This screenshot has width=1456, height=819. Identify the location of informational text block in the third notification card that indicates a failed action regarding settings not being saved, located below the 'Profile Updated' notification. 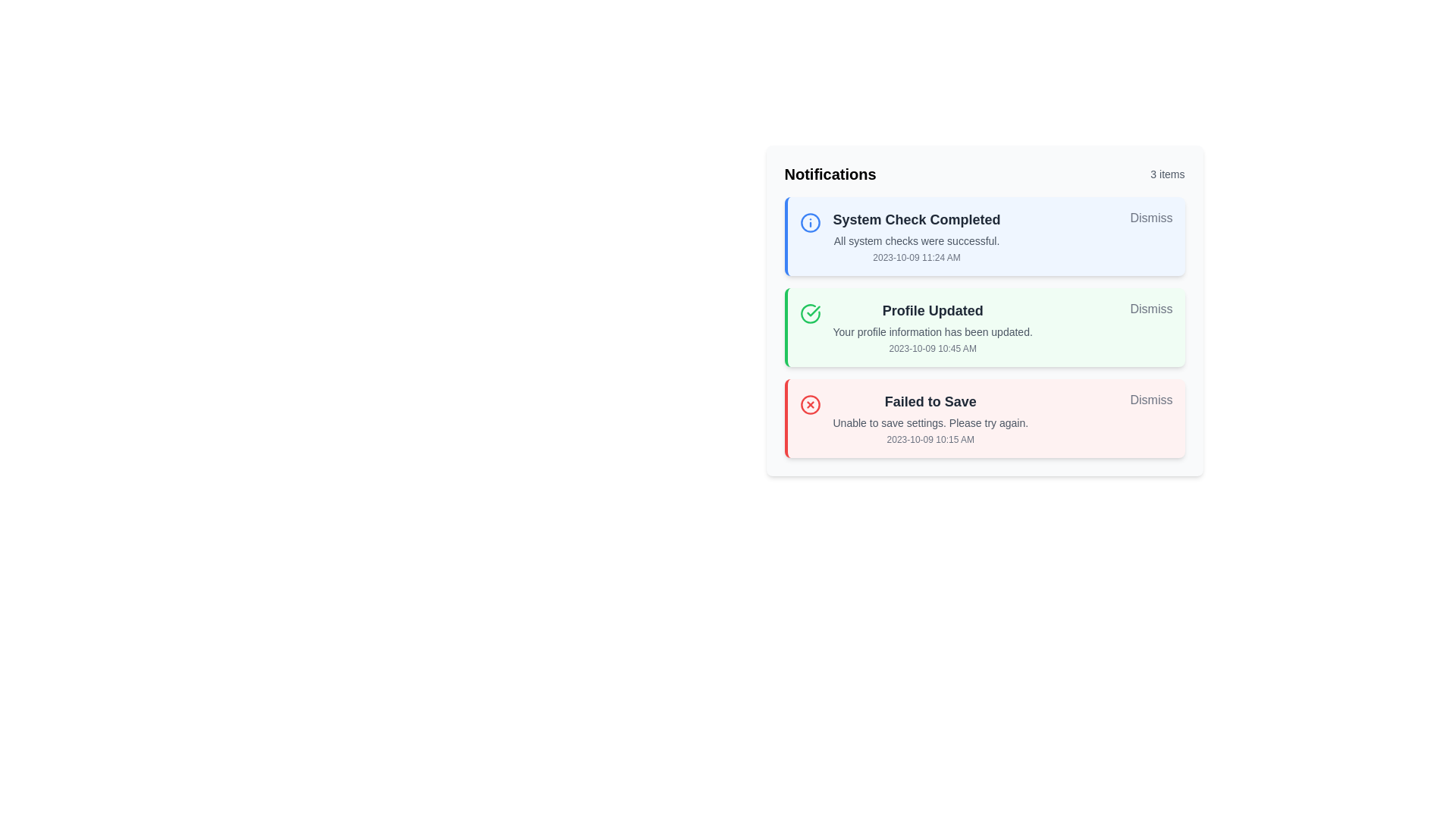
(930, 418).